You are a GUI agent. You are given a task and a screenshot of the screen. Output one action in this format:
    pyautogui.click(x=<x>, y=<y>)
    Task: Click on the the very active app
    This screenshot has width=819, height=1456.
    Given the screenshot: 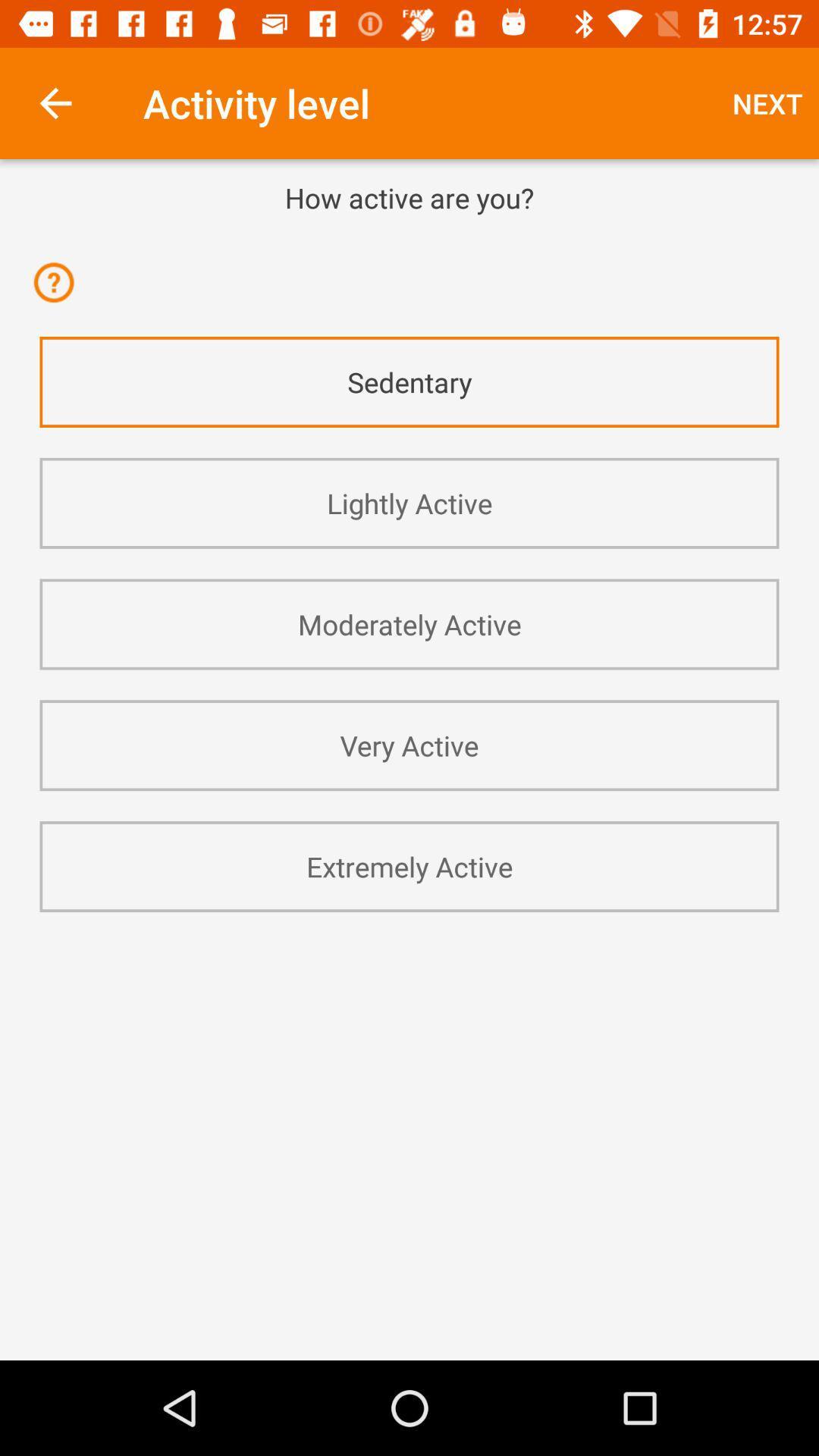 What is the action you would take?
    pyautogui.click(x=409, y=745)
    